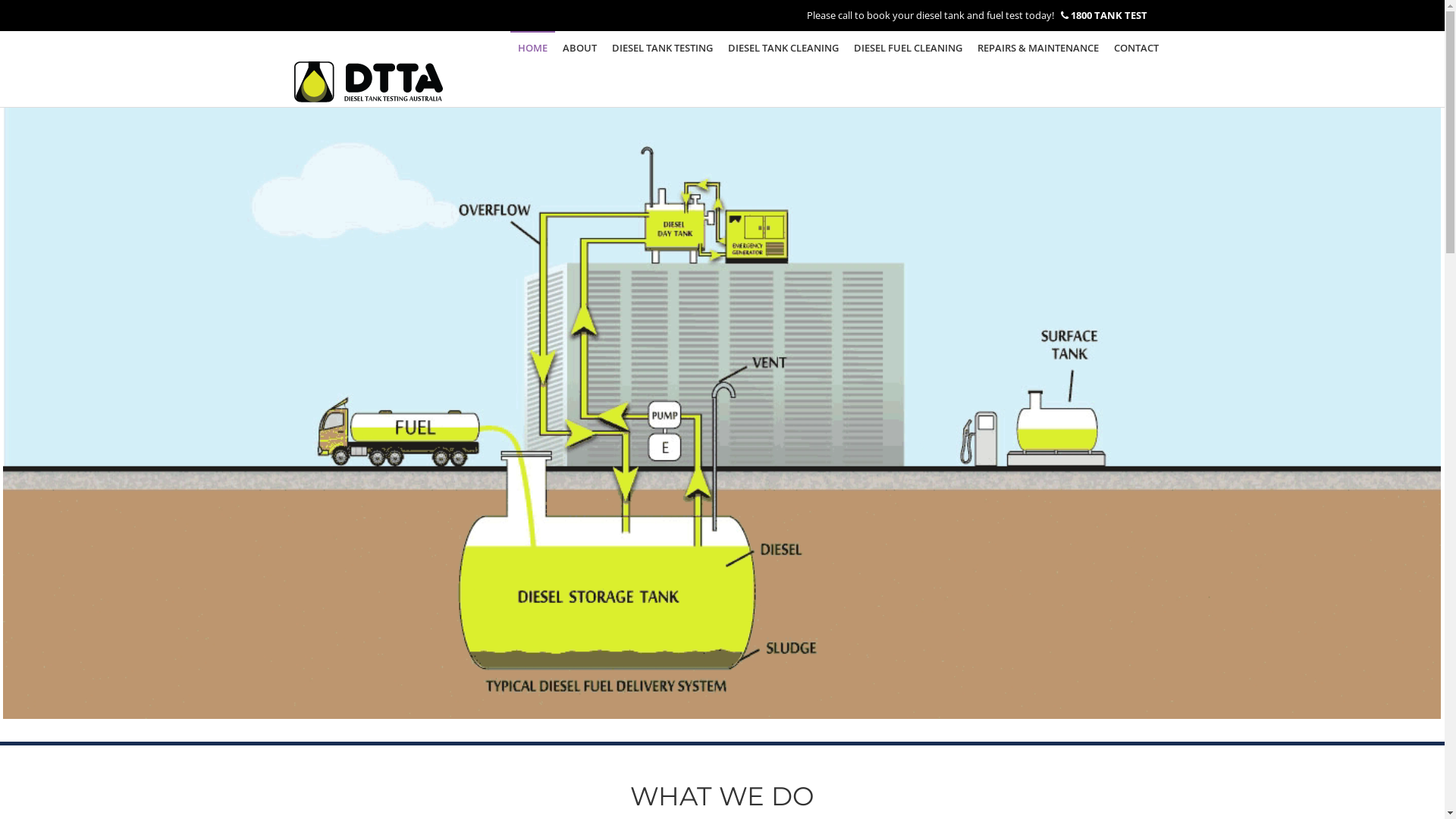 The width and height of the screenshot is (1456, 819). I want to click on 'DIESEL TANK CLEANING', so click(783, 46).